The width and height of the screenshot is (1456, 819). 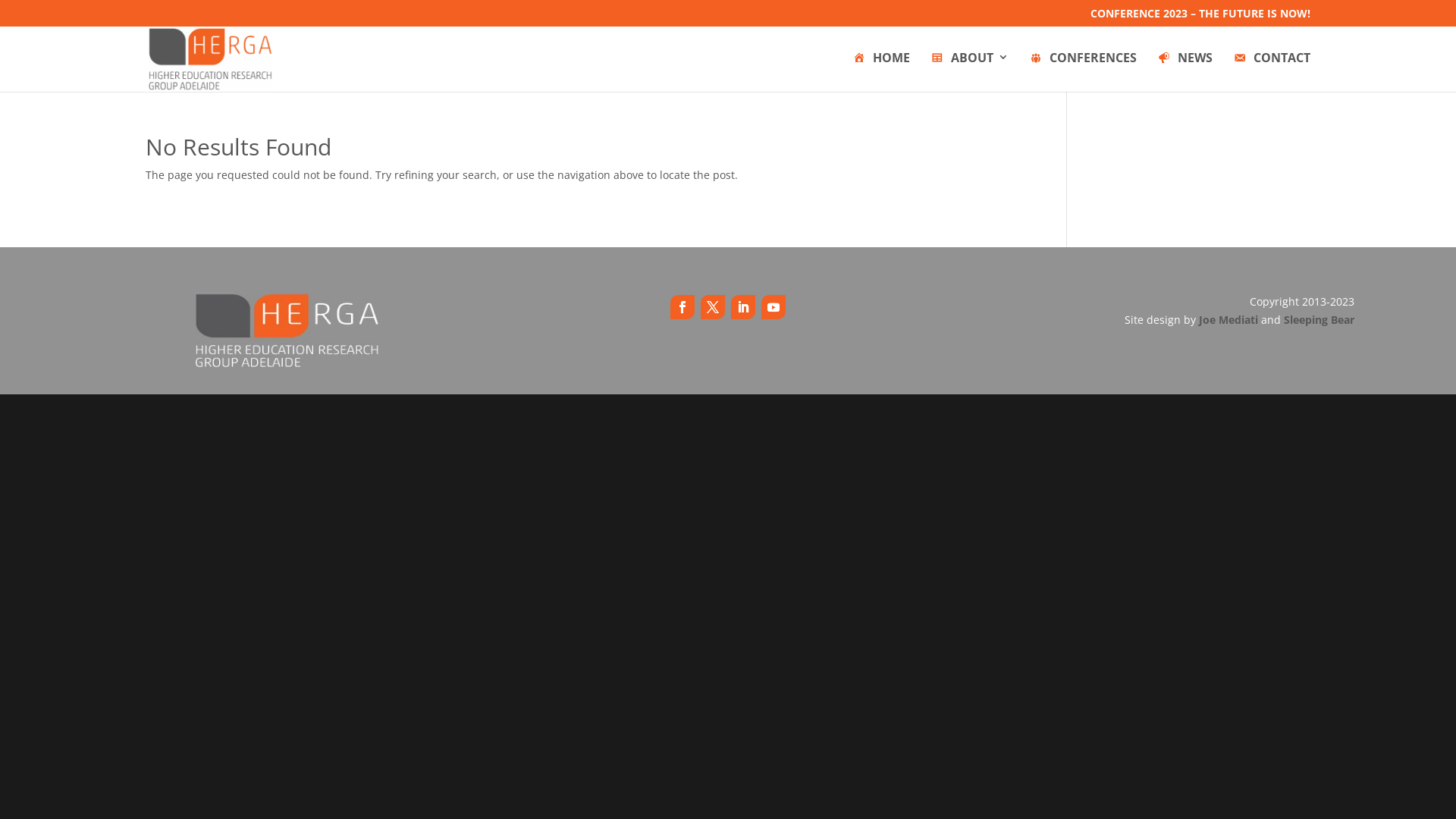 What do you see at coordinates (682, 307) in the screenshot?
I see `'Follow on Facebook'` at bounding box center [682, 307].